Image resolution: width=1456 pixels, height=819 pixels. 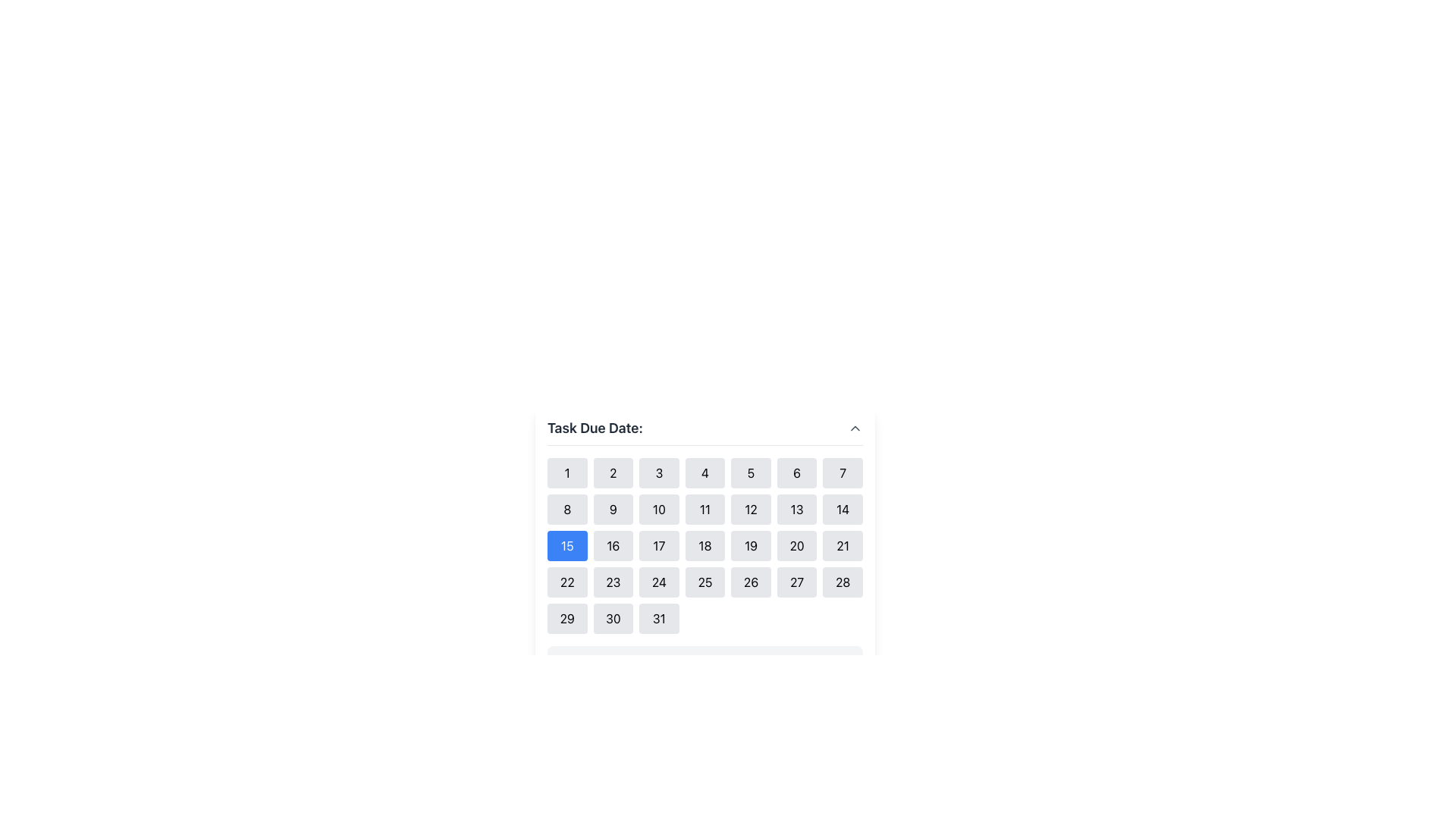 I want to click on the button displaying the number '28', which is located in the last row and last column of a grid, so click(x=842, y=581).